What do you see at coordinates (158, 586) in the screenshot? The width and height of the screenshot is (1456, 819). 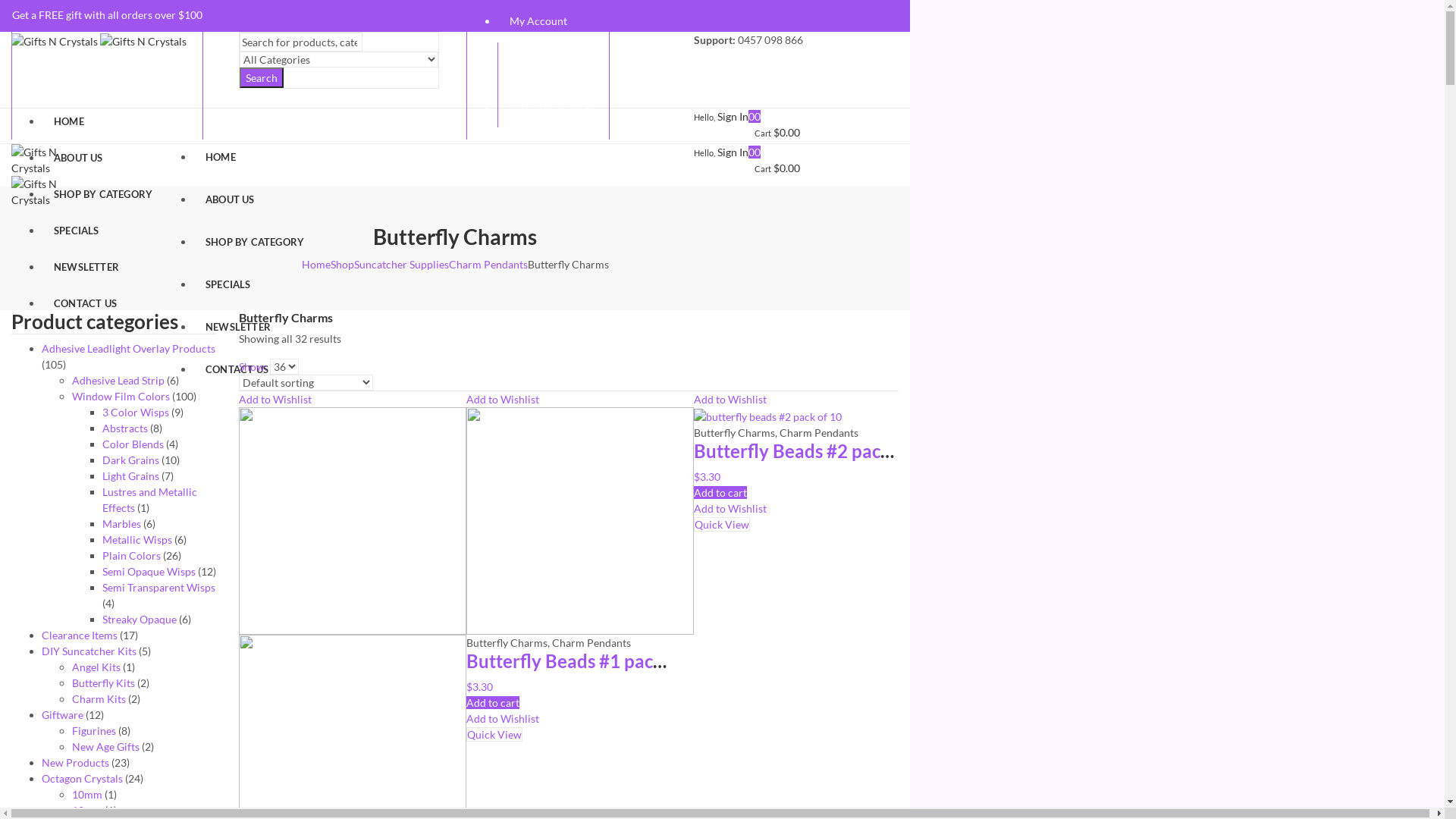 I see `'Semi Transparent Wisps'` at bounding box center [158, 586].